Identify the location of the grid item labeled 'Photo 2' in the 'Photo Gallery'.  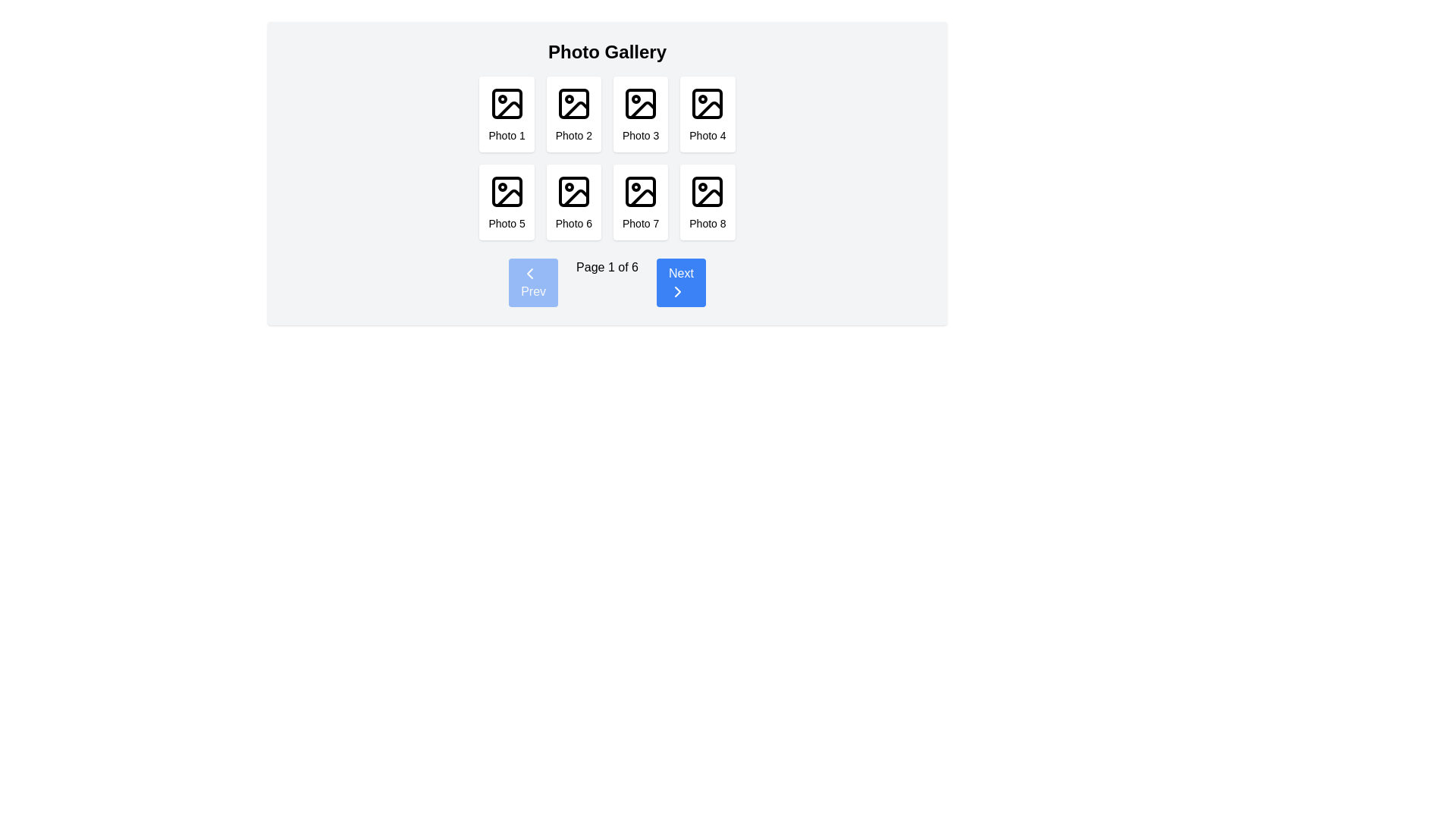
(573, 113).